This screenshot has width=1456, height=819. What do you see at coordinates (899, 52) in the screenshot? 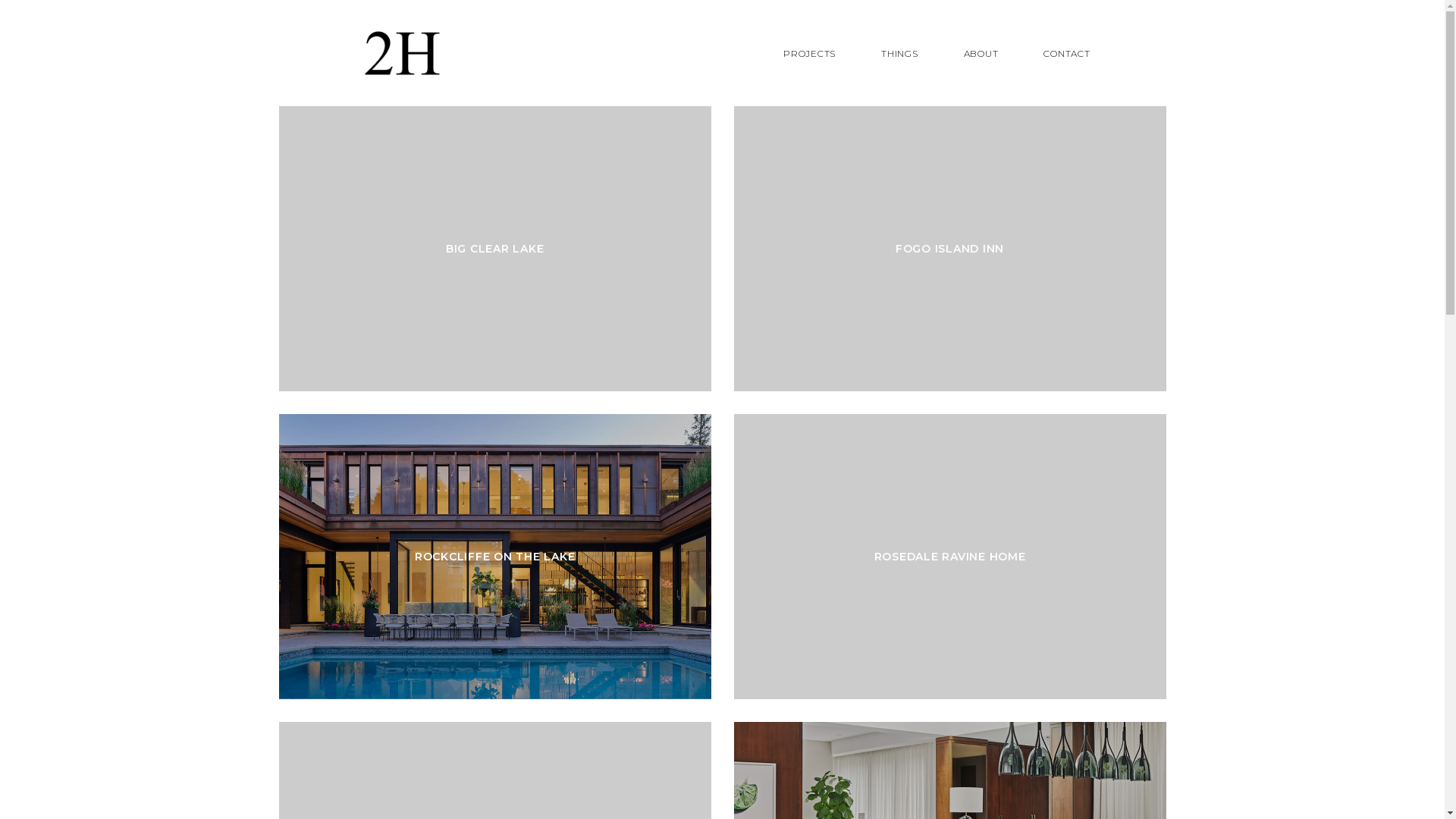
I see `'THINGS'` at bounding box center [899, 52].